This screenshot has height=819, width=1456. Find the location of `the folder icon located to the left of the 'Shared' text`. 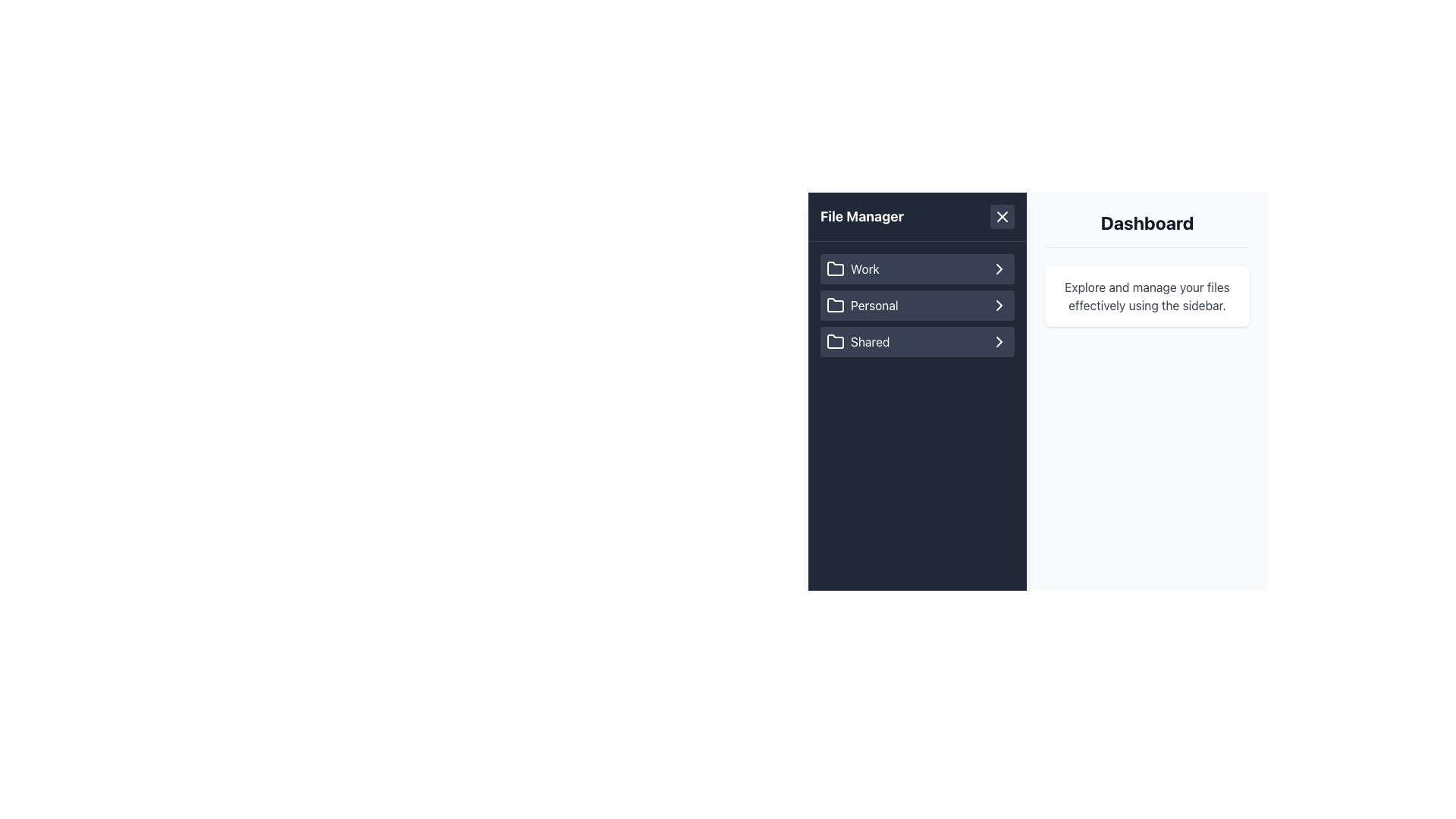

the folder icon located to the left of the 'Shared' text is located at coordinates (835, 341).